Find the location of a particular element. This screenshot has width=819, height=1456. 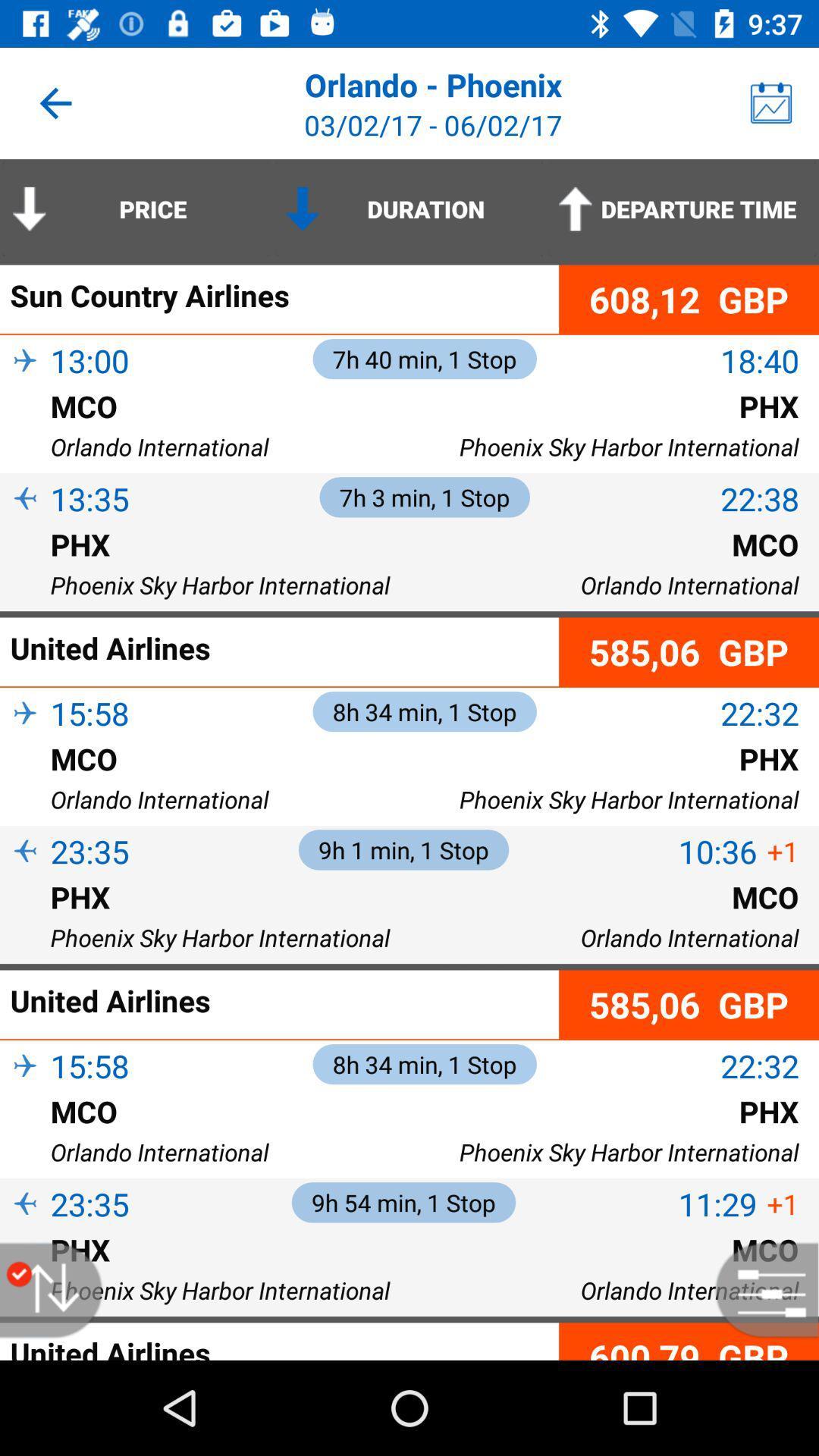

chec flights is located at coordinates (759, 1289).